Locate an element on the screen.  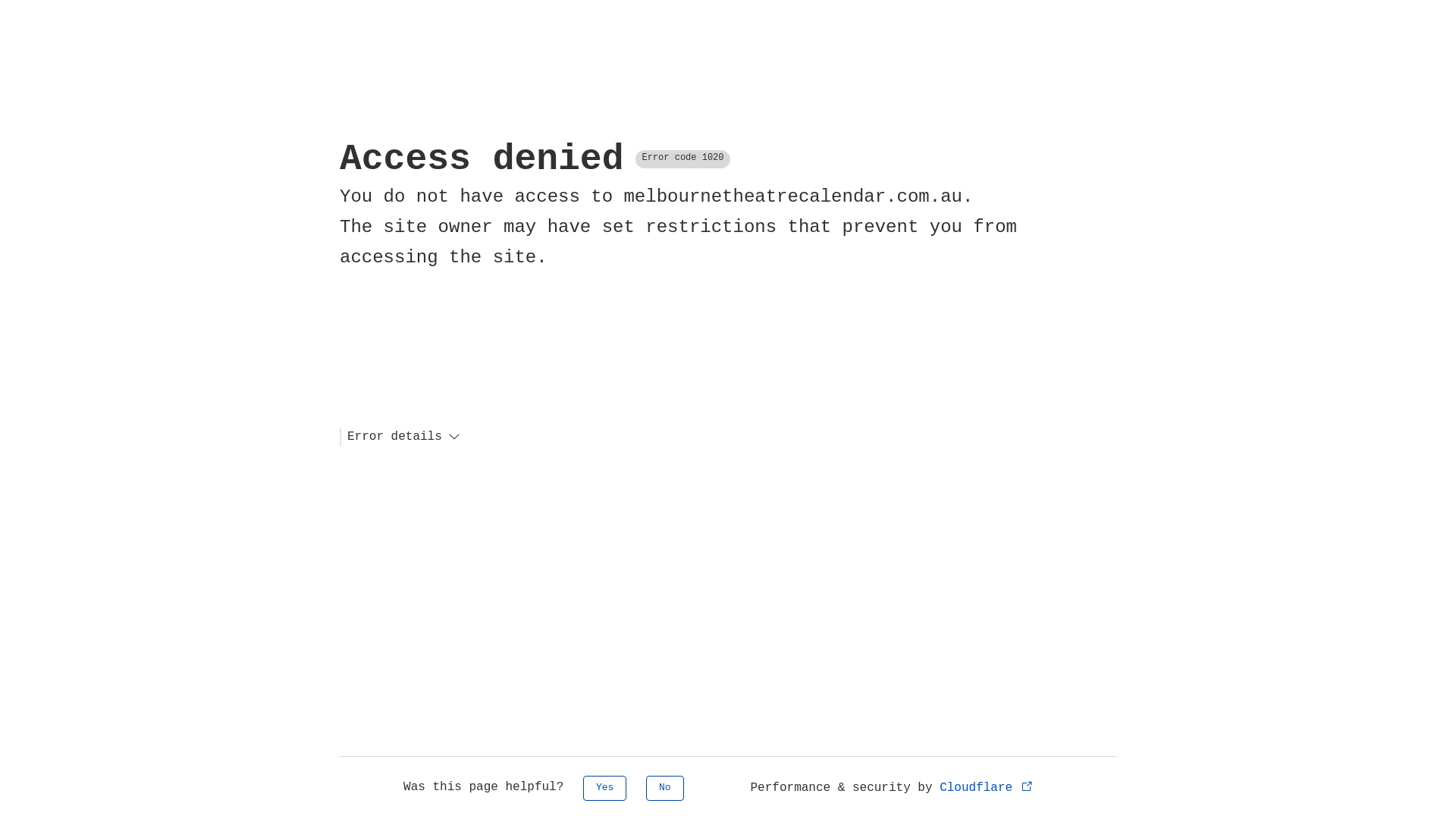
'Opens in new tab' is located at coordinates (1027, 785).